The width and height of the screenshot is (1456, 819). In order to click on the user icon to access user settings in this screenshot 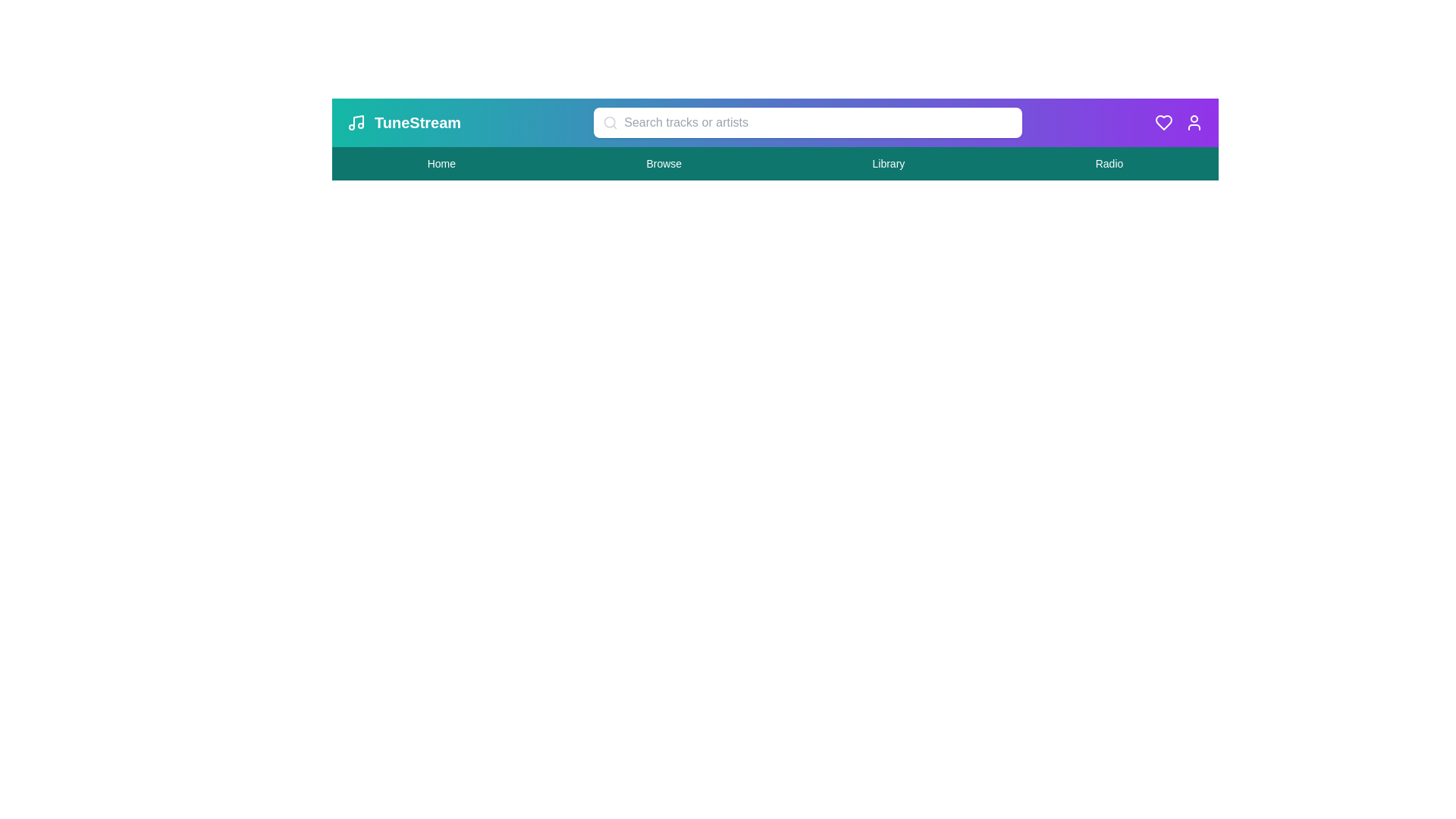, I will do `click(1193, 122)`.